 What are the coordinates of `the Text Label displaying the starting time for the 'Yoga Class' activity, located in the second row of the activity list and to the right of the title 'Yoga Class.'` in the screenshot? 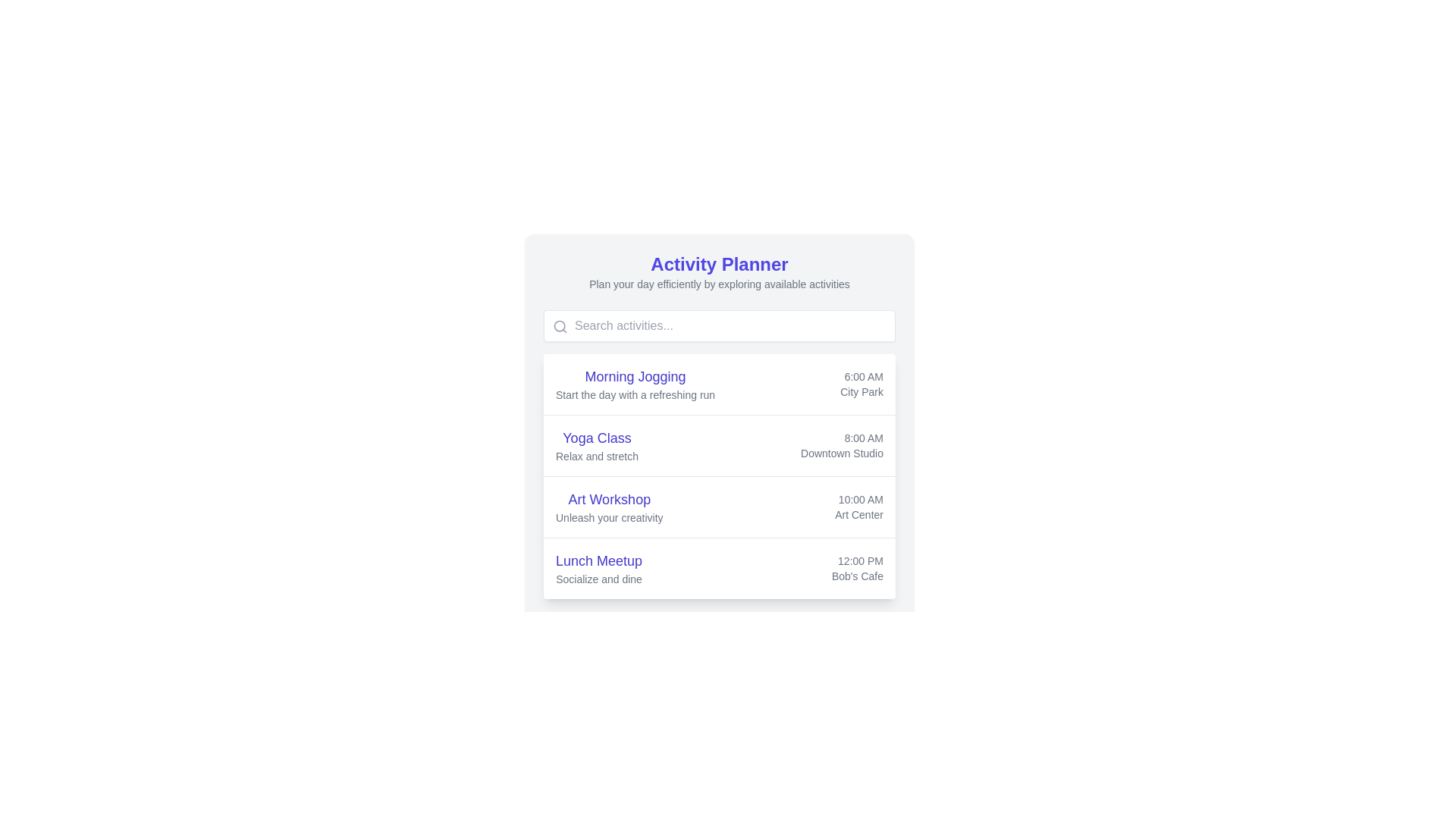 It's located at (841, 438).